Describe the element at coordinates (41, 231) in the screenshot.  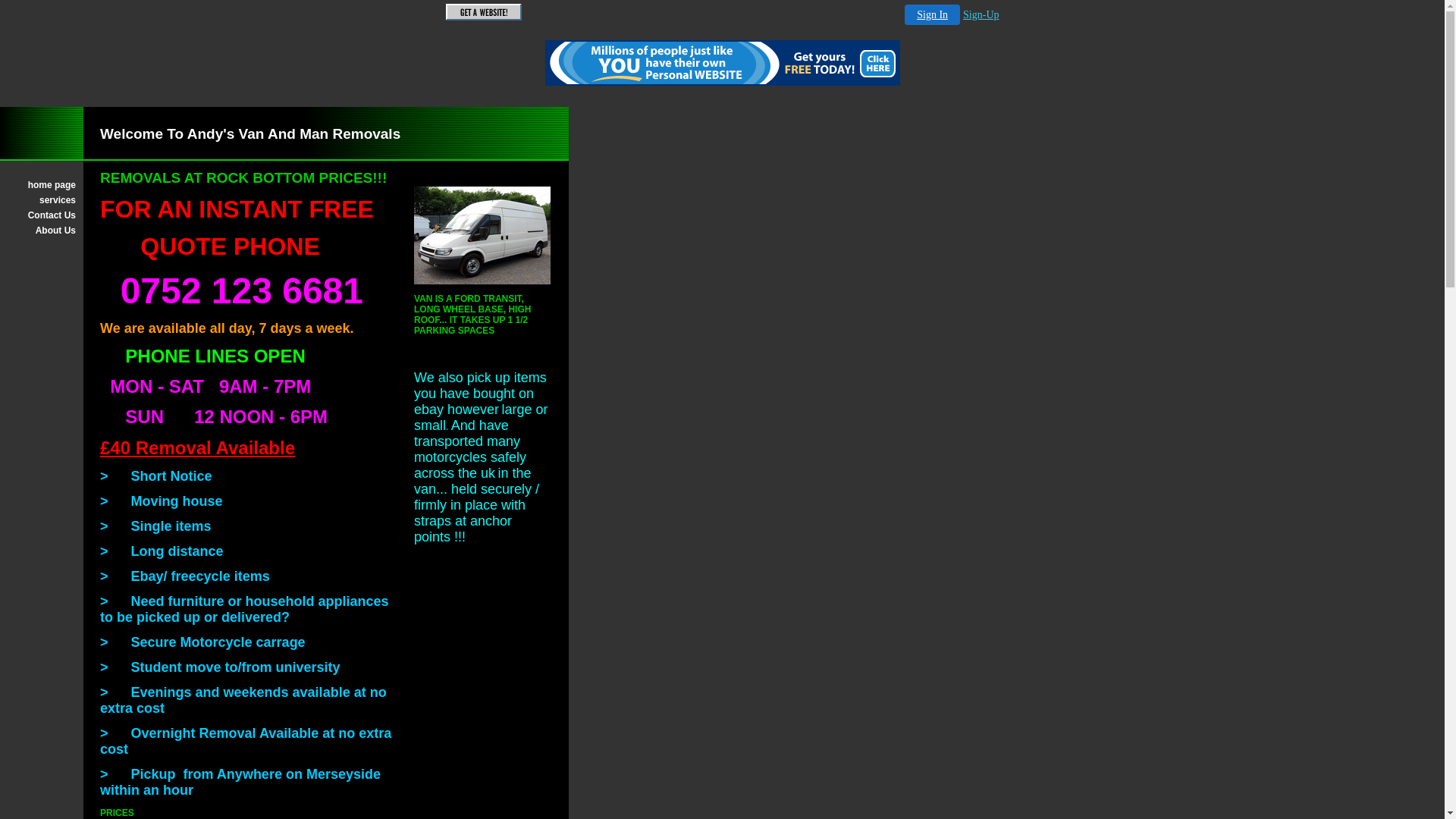
I see `'About Us'` at that location.